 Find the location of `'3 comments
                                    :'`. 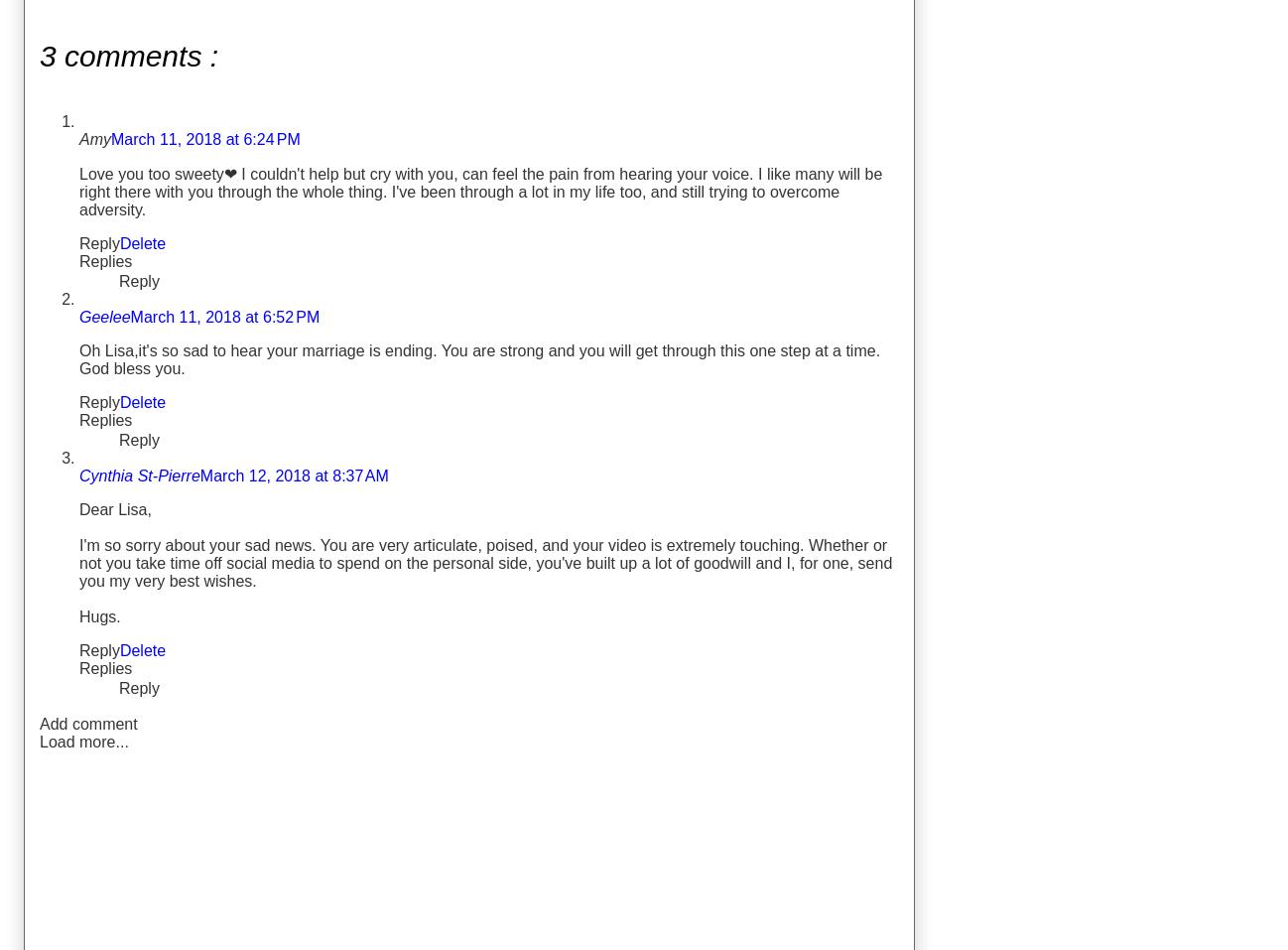

'3 comments
                                    :' is located at coordinates (128, 55).